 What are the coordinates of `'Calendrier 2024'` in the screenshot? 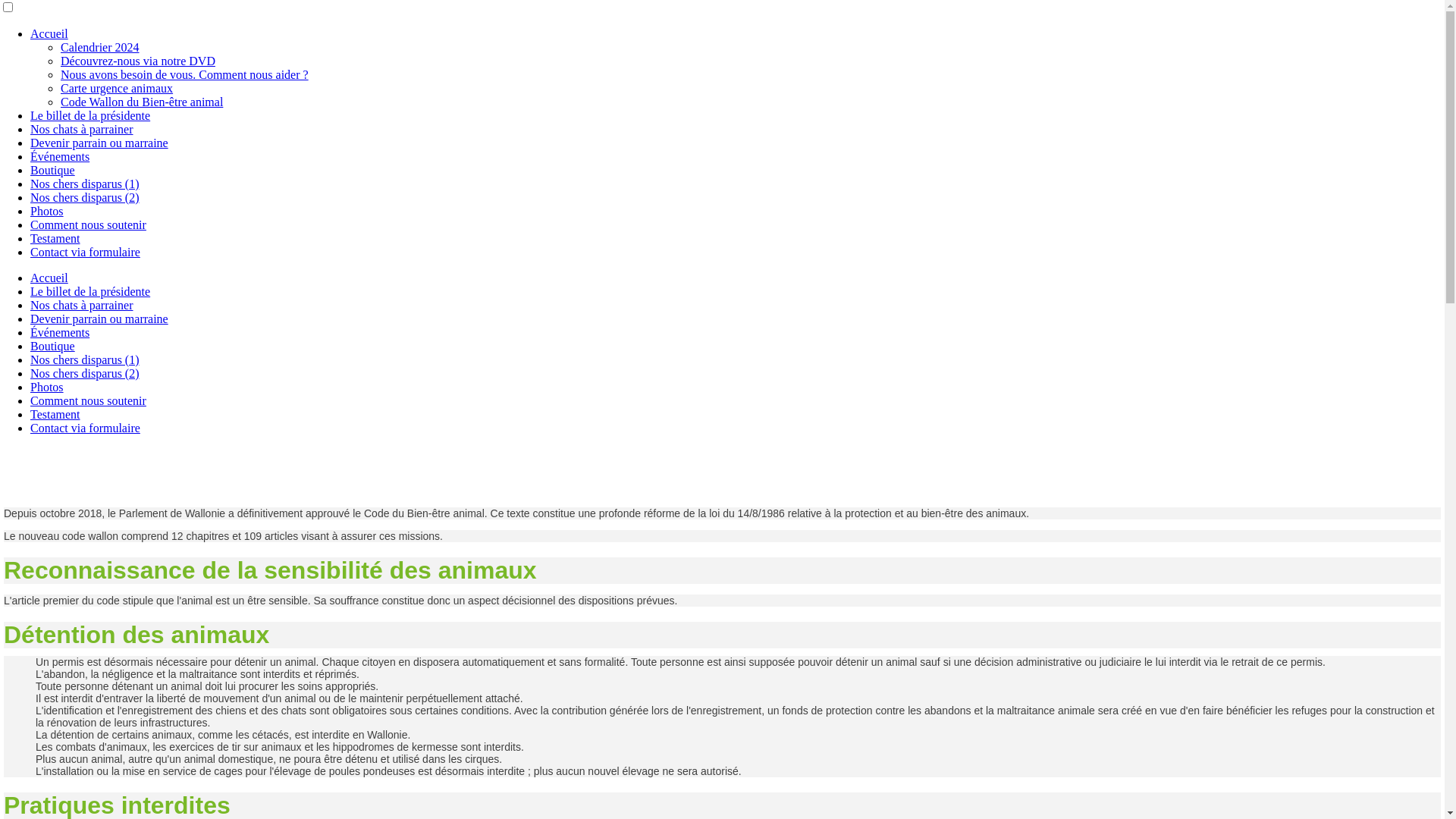 It's located at (99, 46).